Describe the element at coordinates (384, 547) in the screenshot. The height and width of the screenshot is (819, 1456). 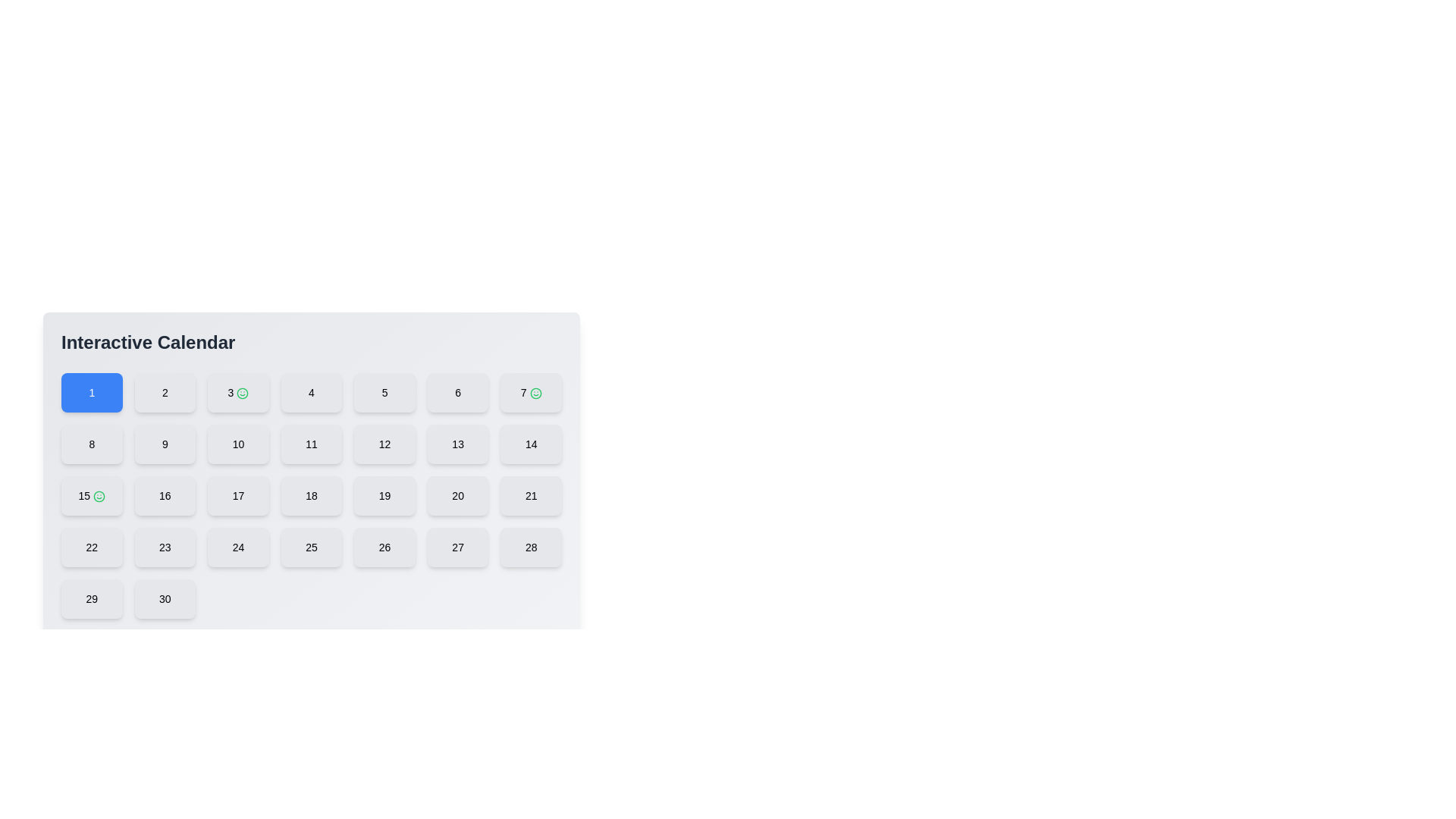
I see `the calendar date button labeled '26' to change its appearance, which is located in the fifth row and fifth column of the calendar grid` at that location.